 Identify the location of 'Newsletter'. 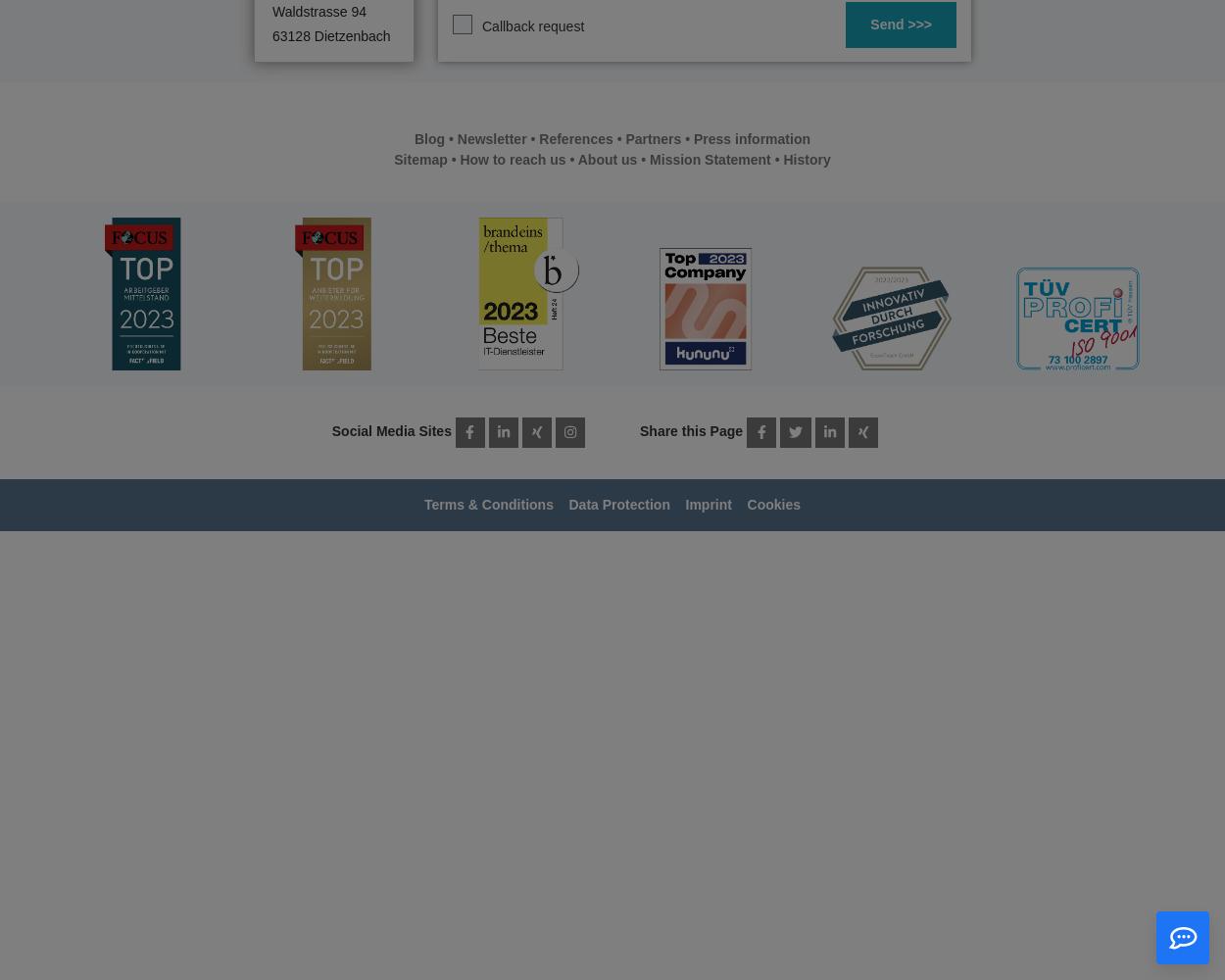
(491, 139).